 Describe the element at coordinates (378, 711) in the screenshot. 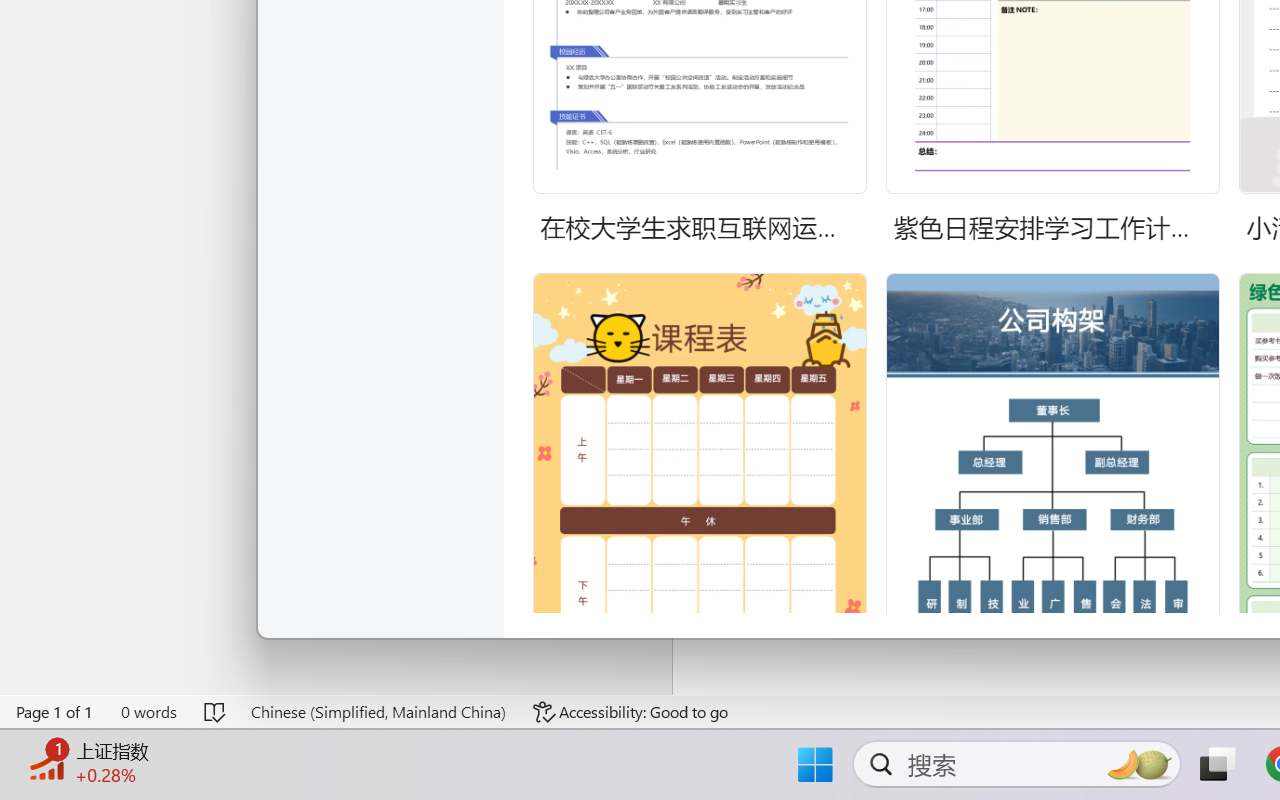

I see `'Language Chinese (Simplified, Mainland China)'` at that location.